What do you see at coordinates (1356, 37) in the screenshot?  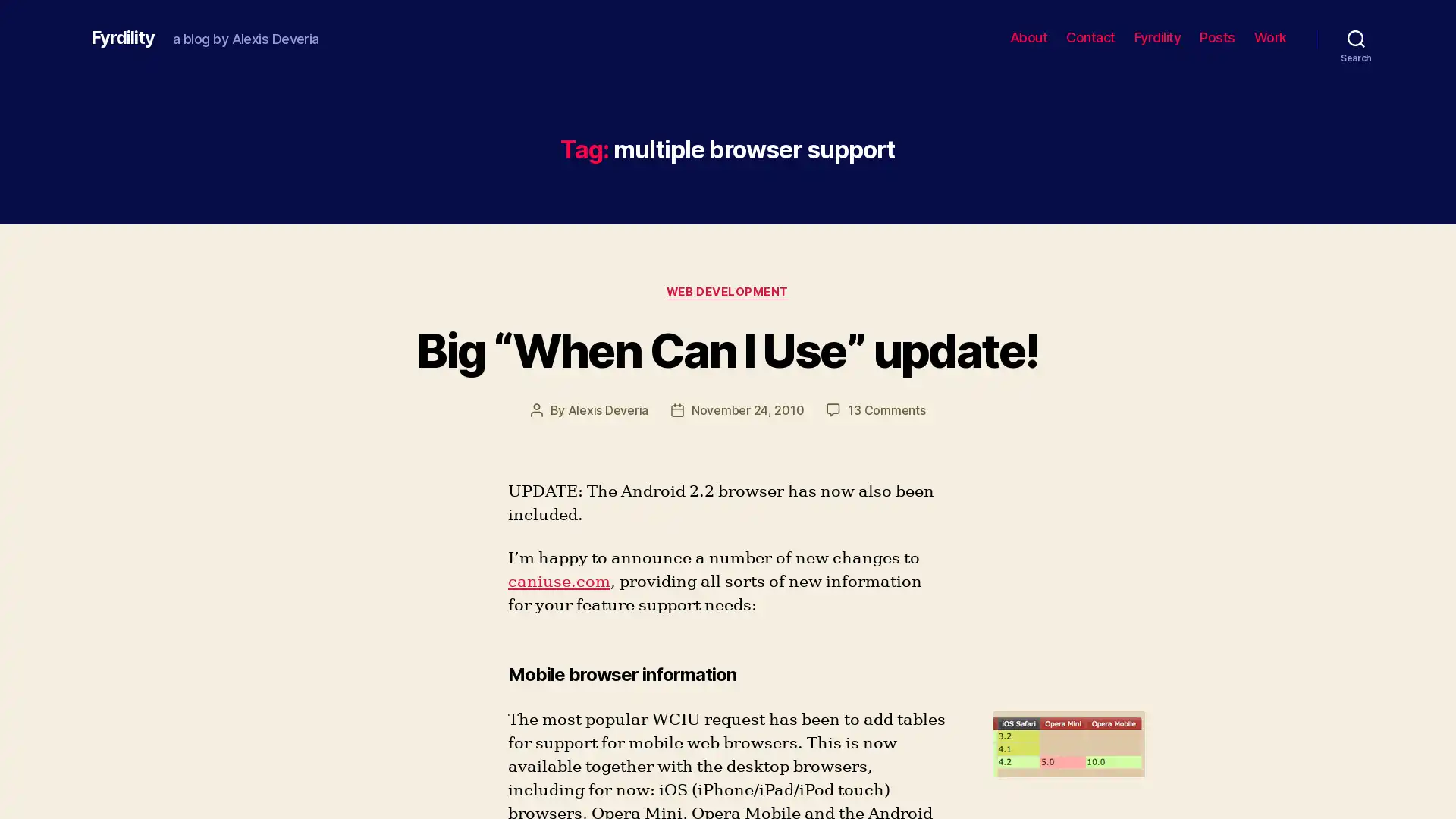 I see `Search` at bounding box center [1356, 37].